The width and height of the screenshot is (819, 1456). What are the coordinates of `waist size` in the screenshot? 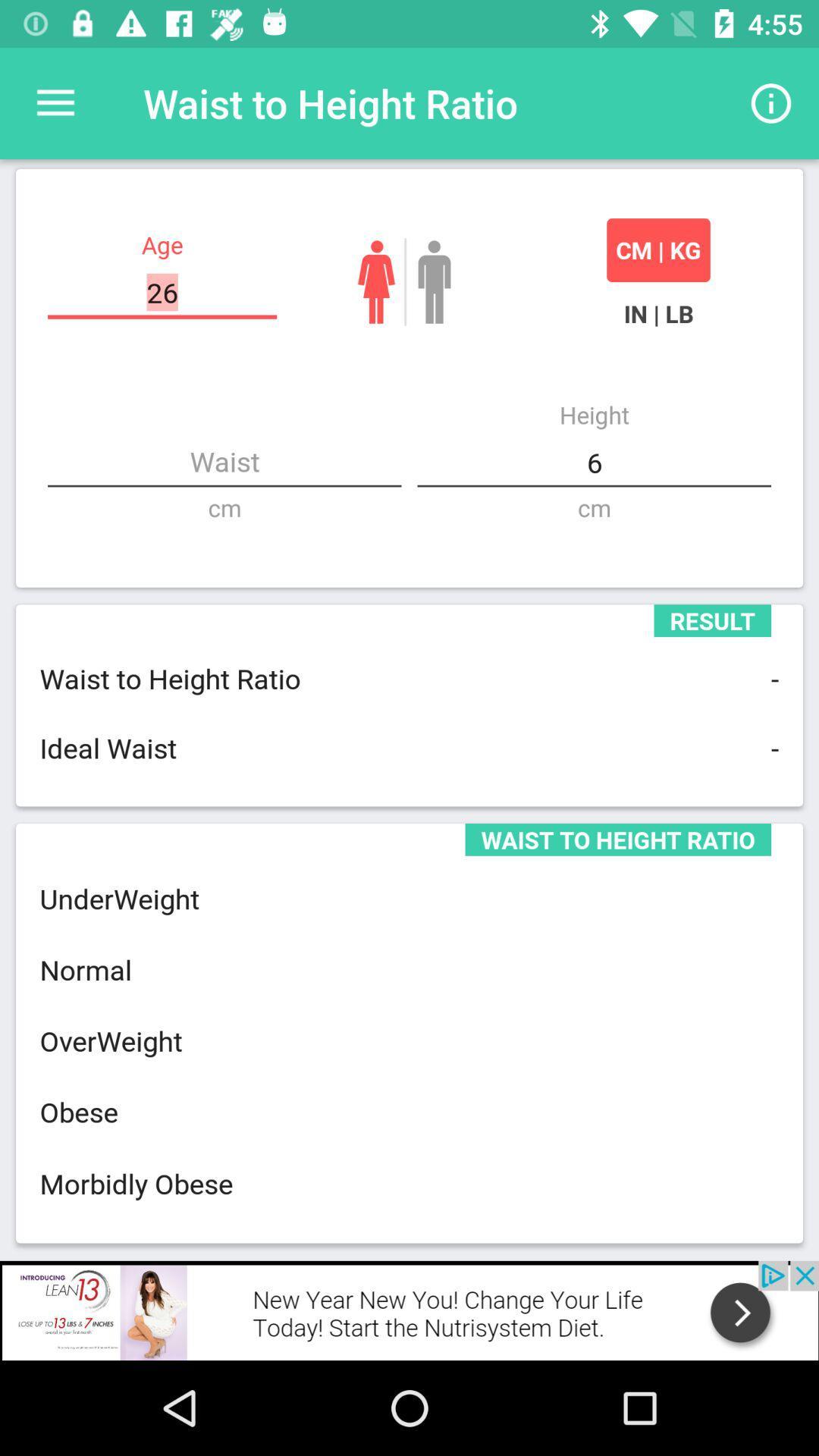 It's located at (224, 462).